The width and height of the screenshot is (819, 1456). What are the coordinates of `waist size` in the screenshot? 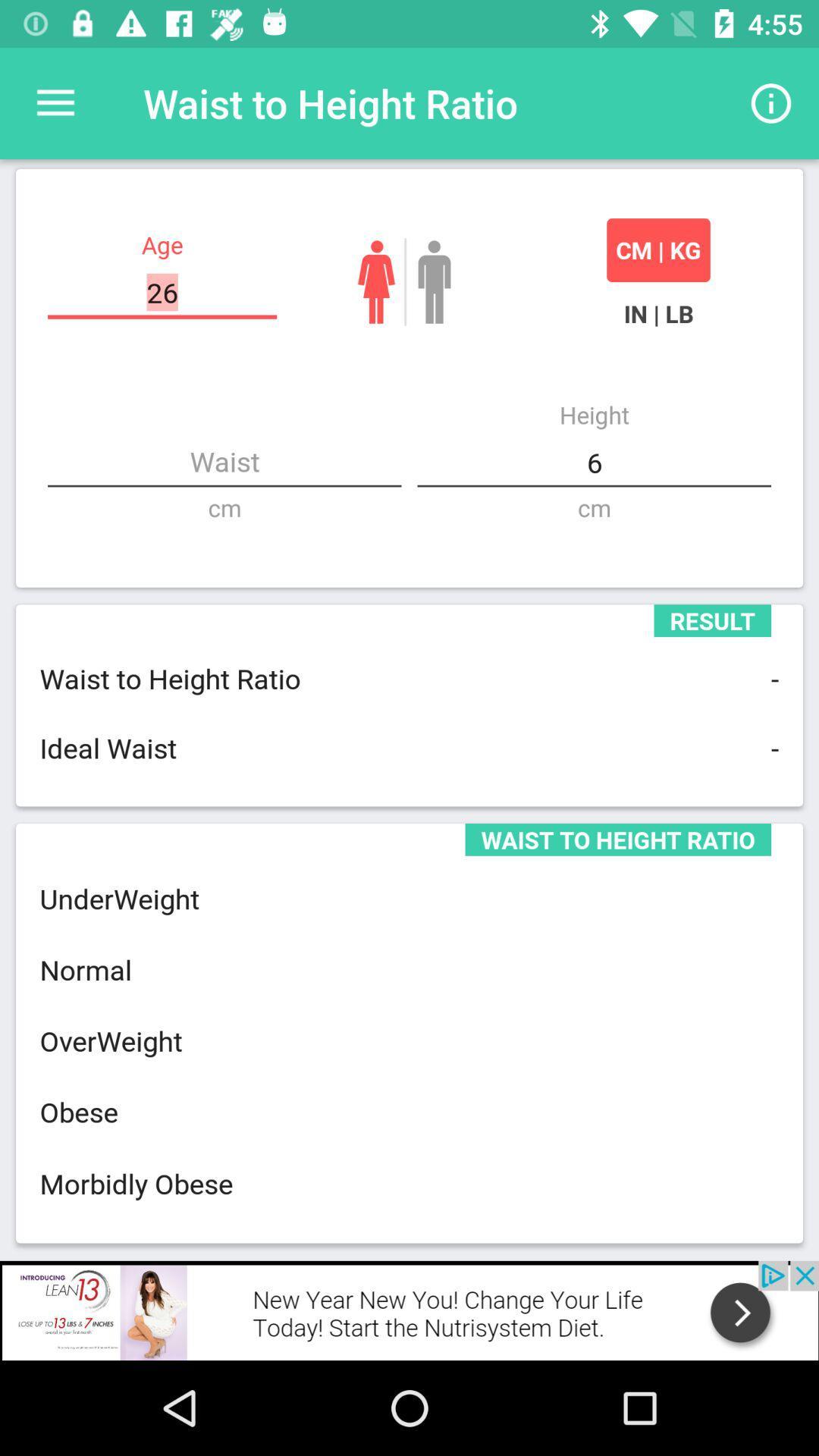 It's located at (224, 462).